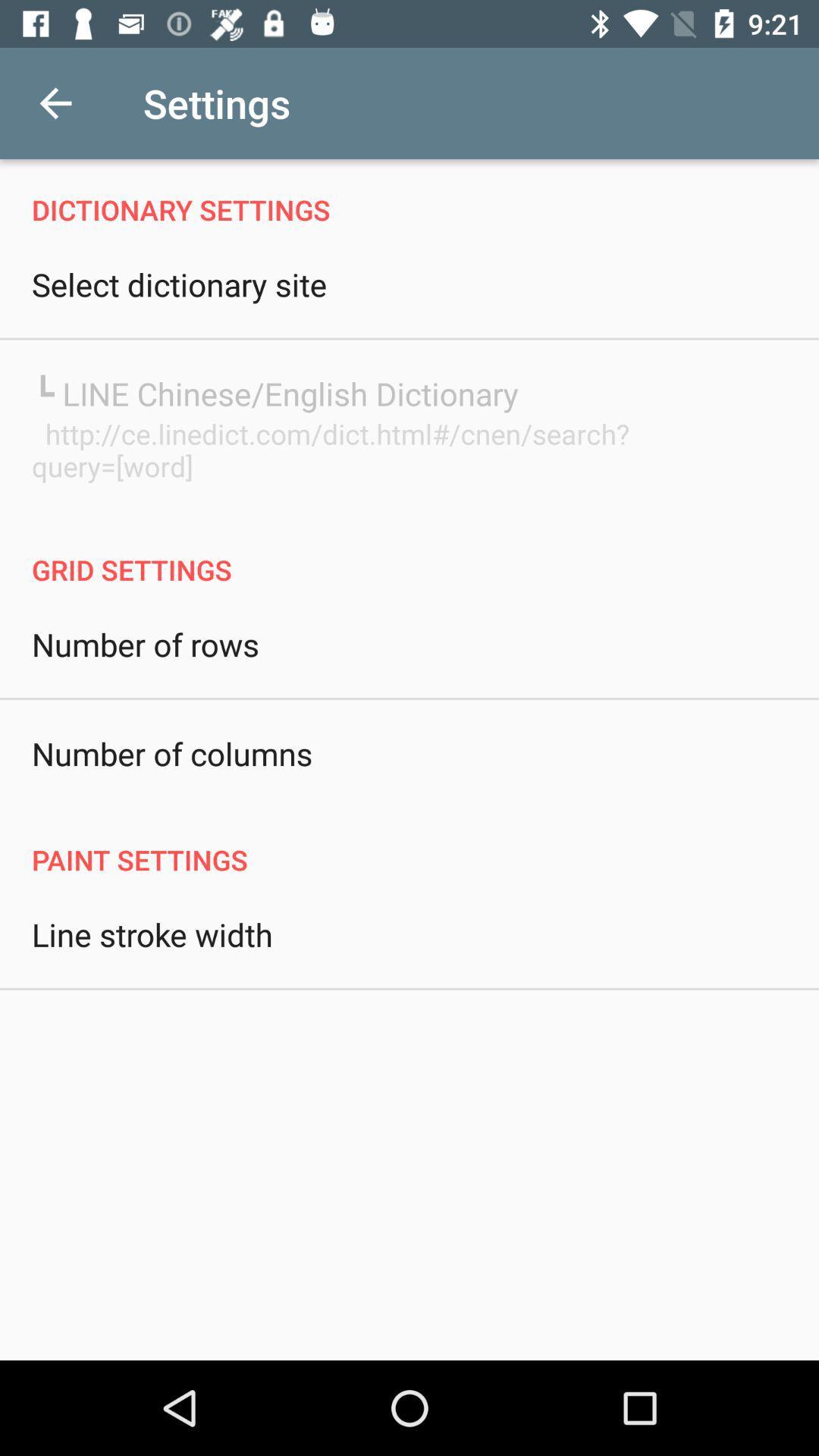 The image size is (819, 1456). What do you see at coordinates (152, 934) in the screenshot?
I see `the icon below paint settings item` at bounding box center [152, 934].